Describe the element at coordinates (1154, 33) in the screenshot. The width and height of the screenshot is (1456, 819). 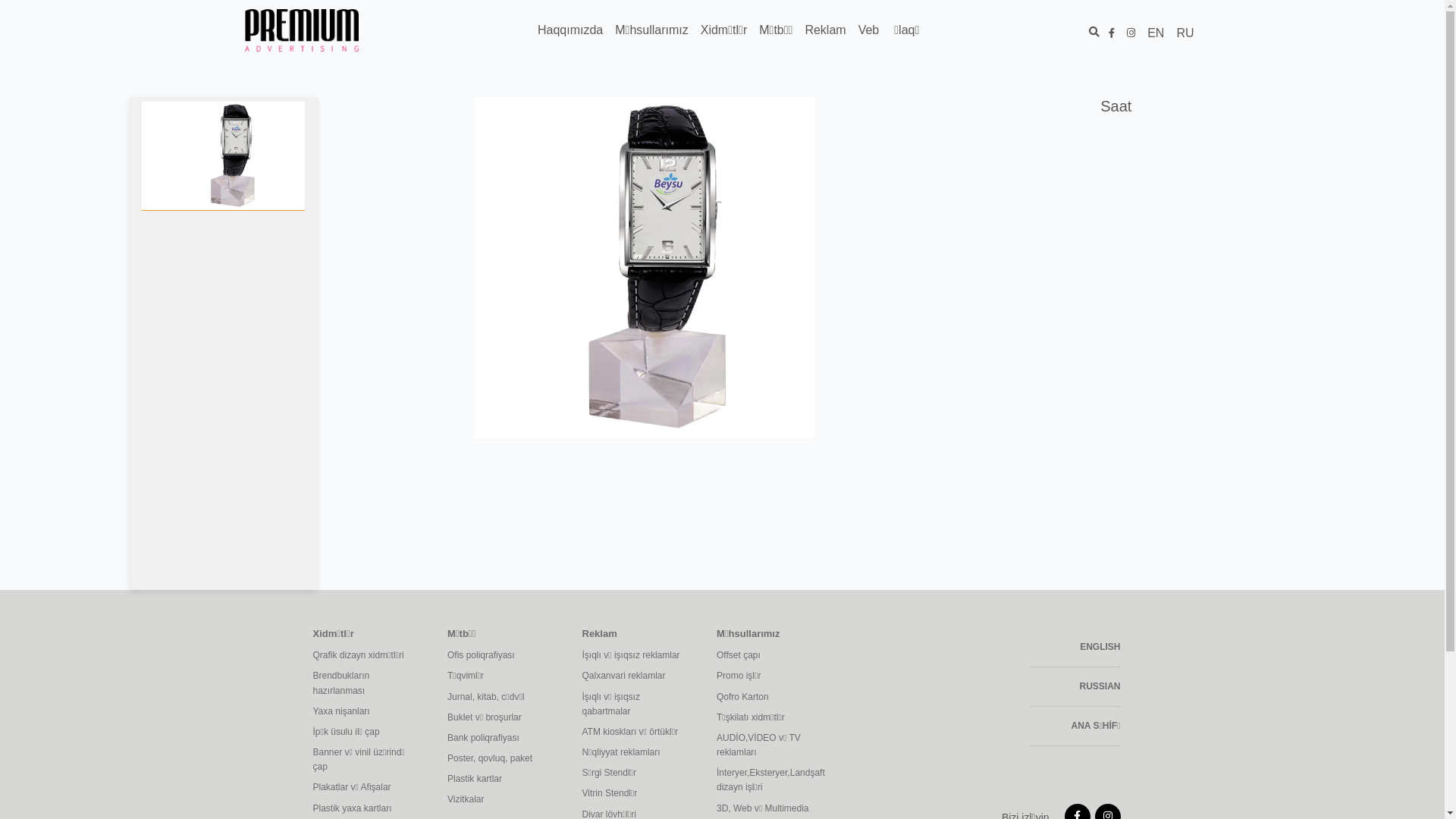
I see `'EN'` at that location.